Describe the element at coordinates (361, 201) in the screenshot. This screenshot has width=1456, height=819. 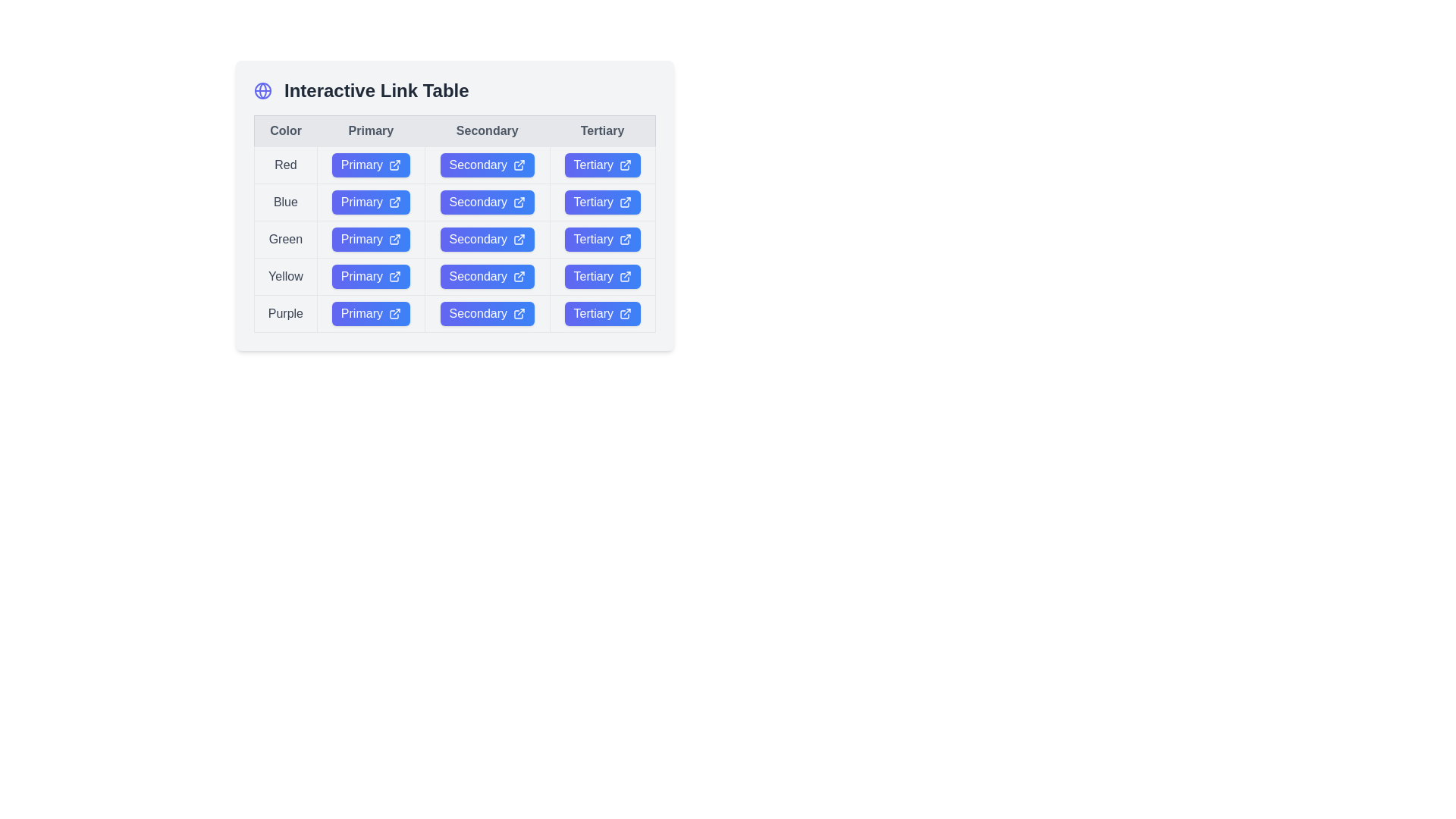
I see `the Text Label that serves as a button for the primary action related to the 'Blue' row in the second row of the table under the column labeled 'Primary'` at that location.